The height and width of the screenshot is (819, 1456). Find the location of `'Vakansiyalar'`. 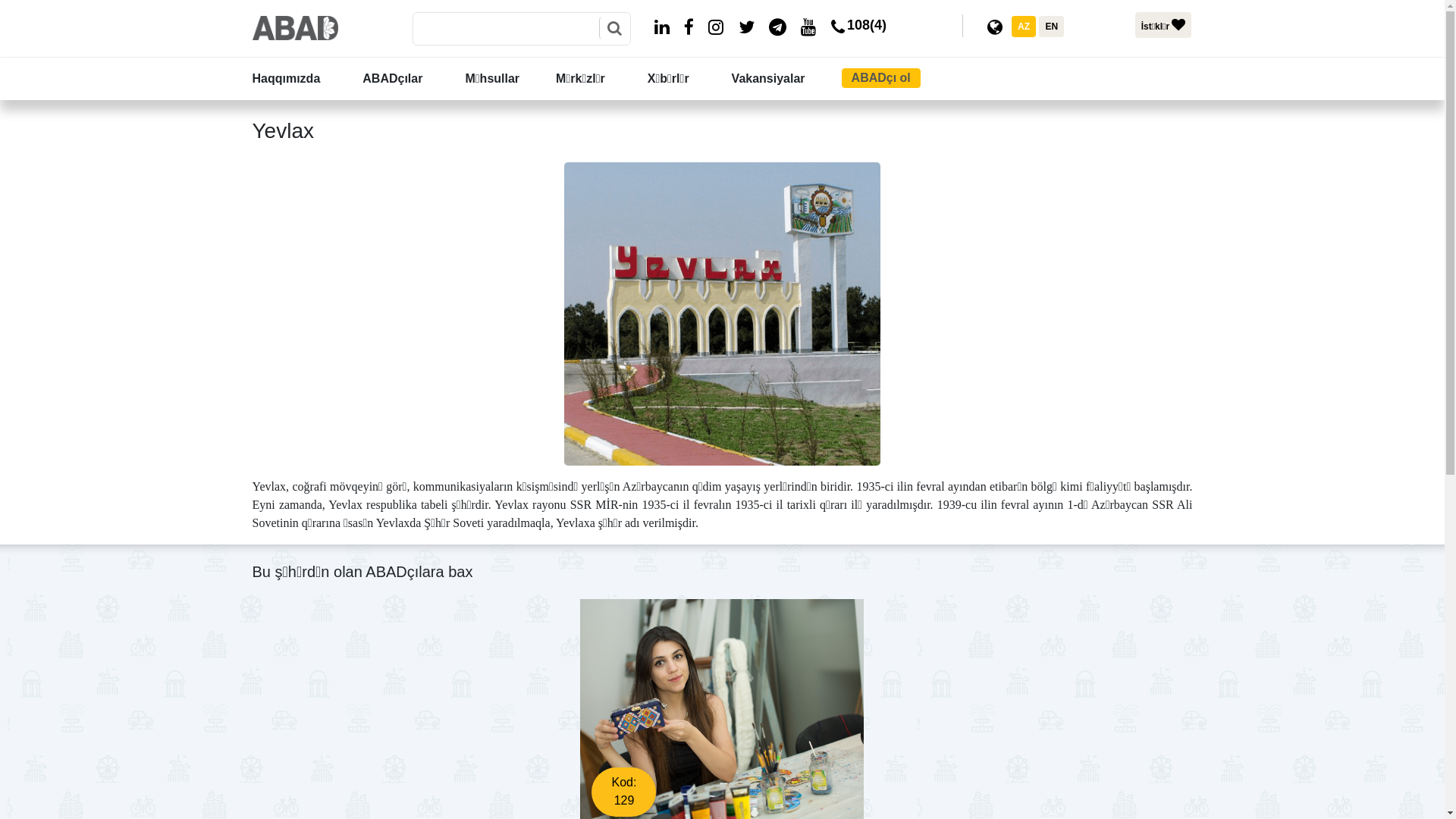

'Vakansiyalar' is located at coordinates (783, 79).